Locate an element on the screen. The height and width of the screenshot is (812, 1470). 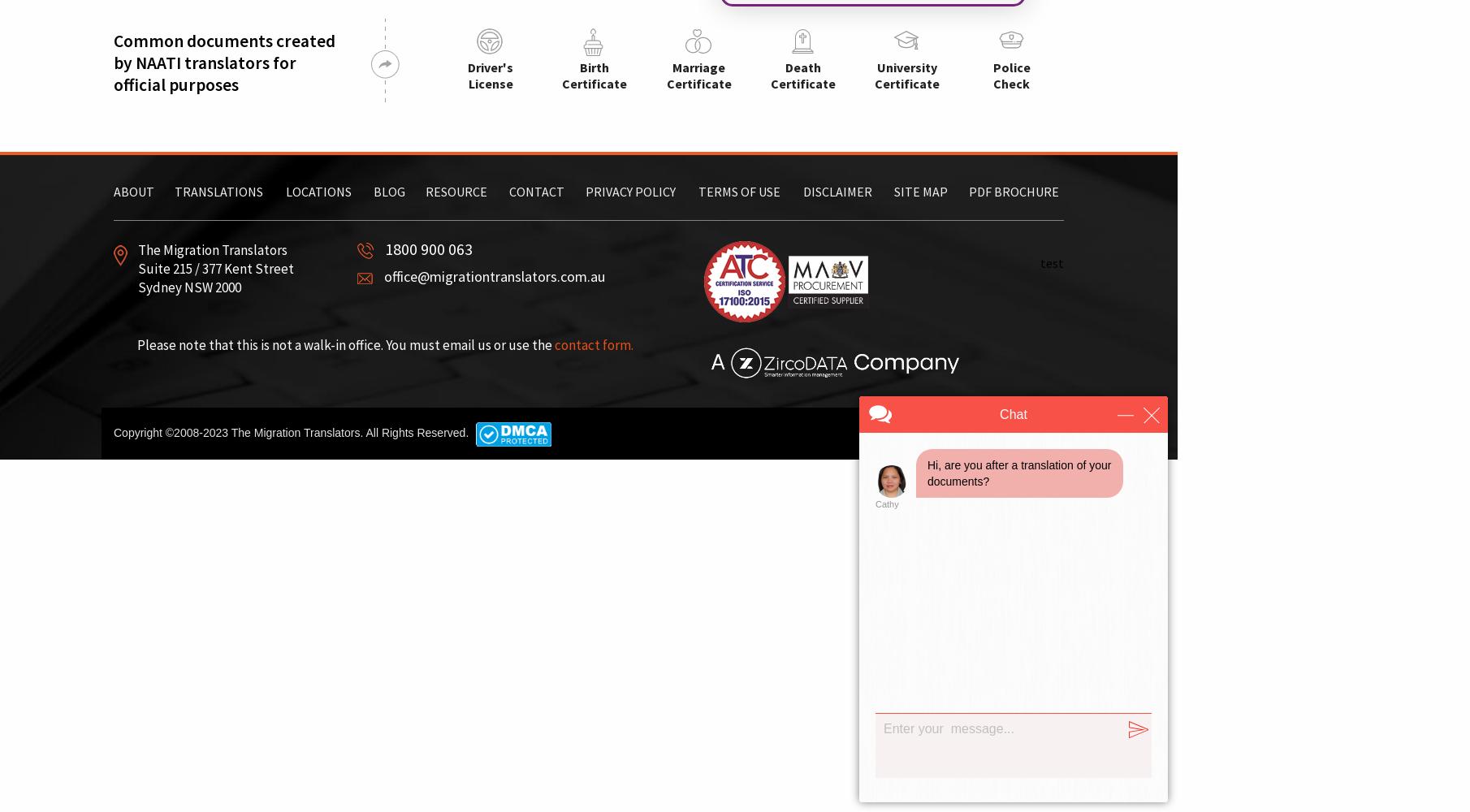
'Locations' is located at coordinates (318, 191).